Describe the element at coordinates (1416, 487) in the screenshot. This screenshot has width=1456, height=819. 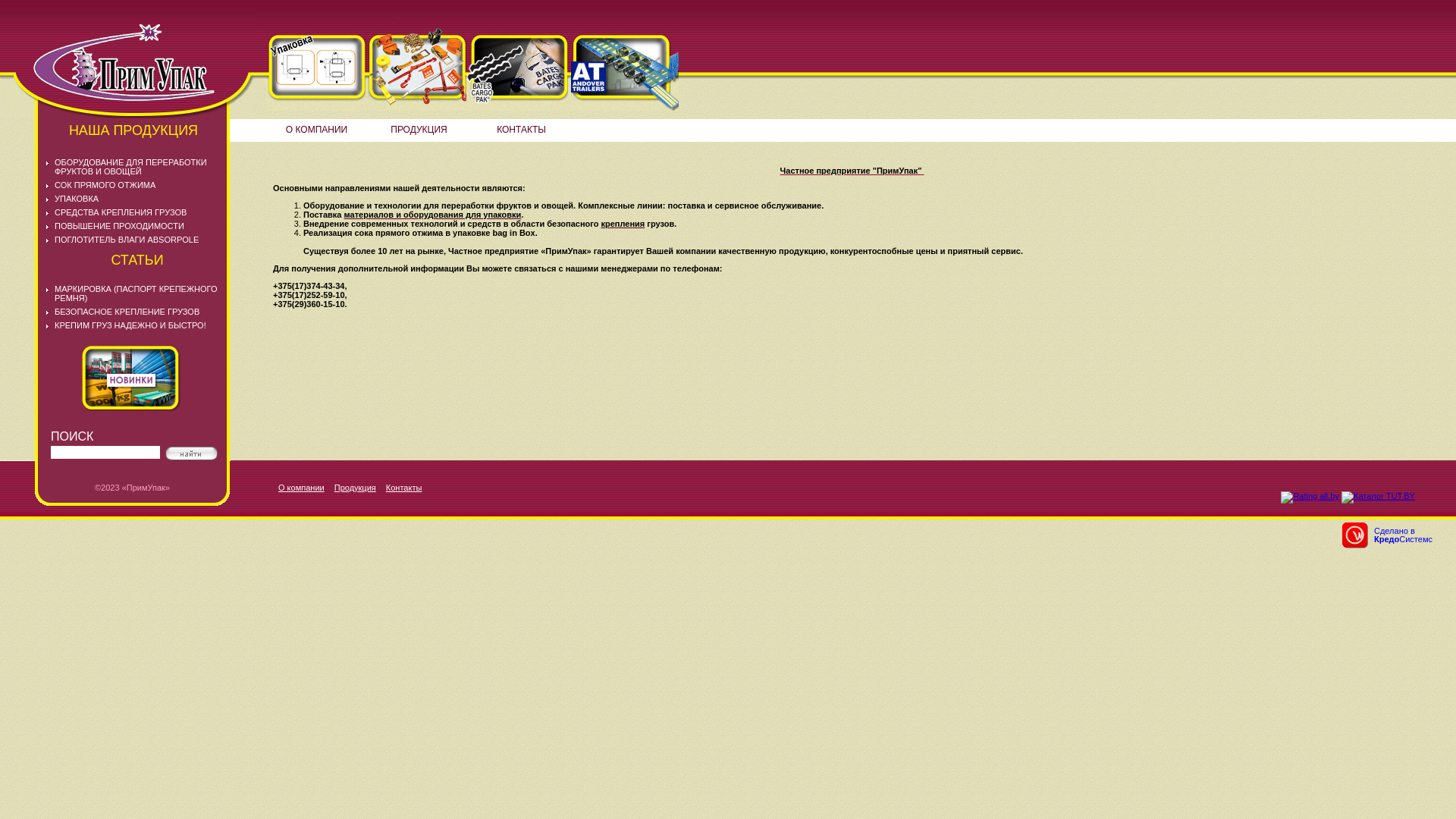
I see `'LiveInternet'` at that location.